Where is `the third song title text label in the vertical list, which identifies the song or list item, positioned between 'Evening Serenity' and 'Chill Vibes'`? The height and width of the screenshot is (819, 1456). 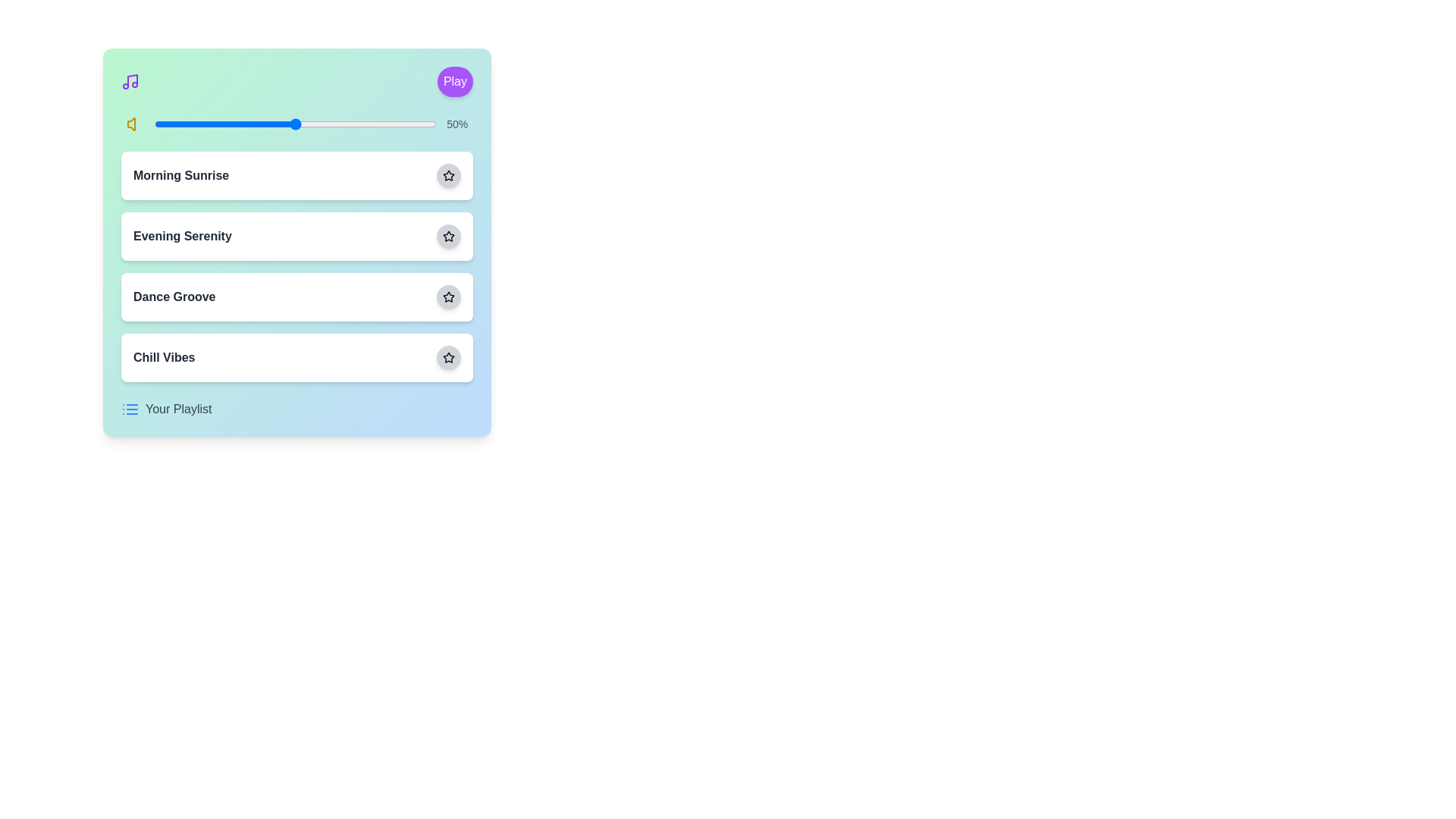 the third song title text label in the vertical list, which identifies the song or list item, positioned between 'Evening Serenity' and 'Chill Vibes' is located at coordinates (174, 297).